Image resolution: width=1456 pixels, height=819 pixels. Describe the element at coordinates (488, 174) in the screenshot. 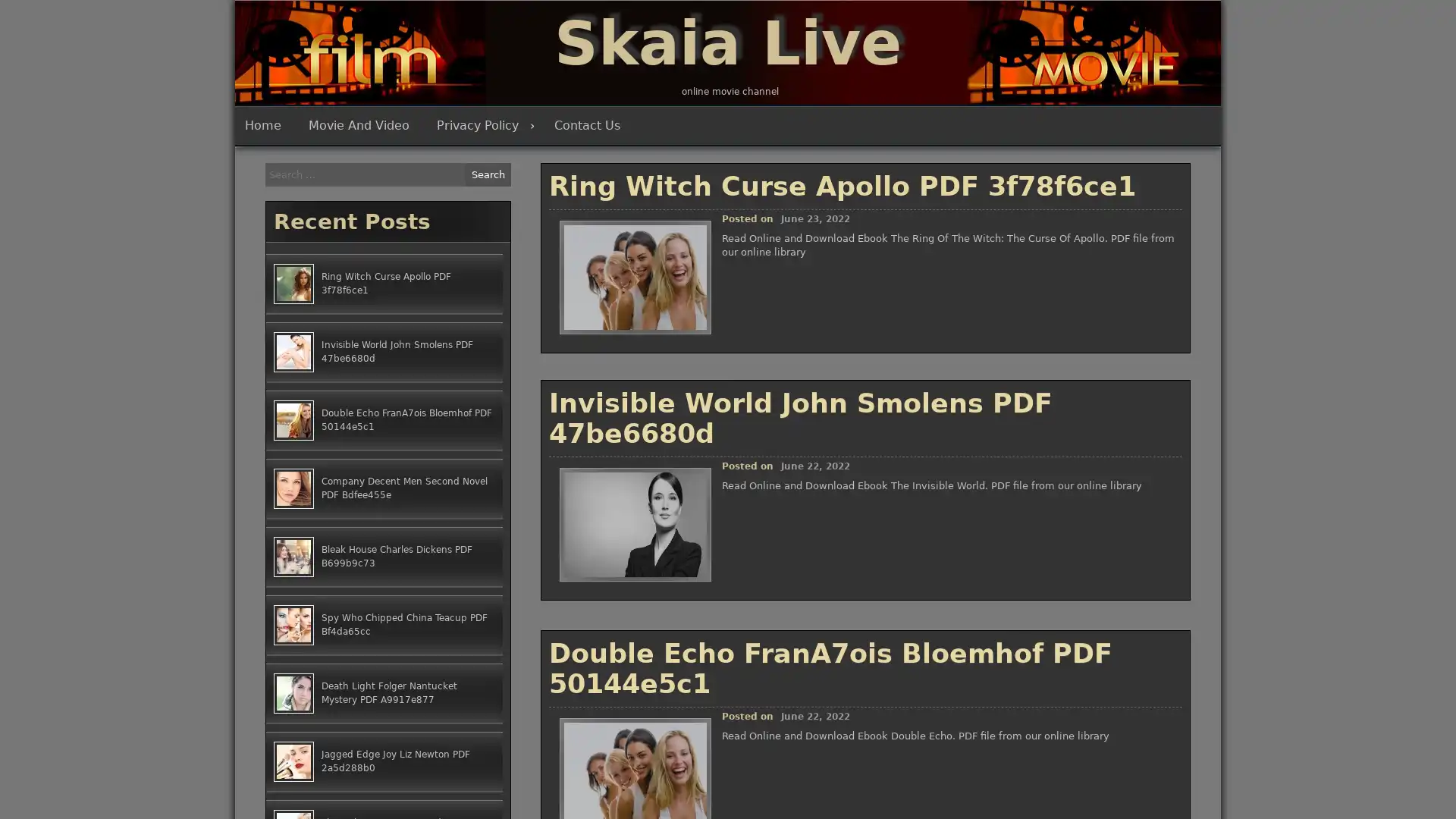

I see `Search` at that location.